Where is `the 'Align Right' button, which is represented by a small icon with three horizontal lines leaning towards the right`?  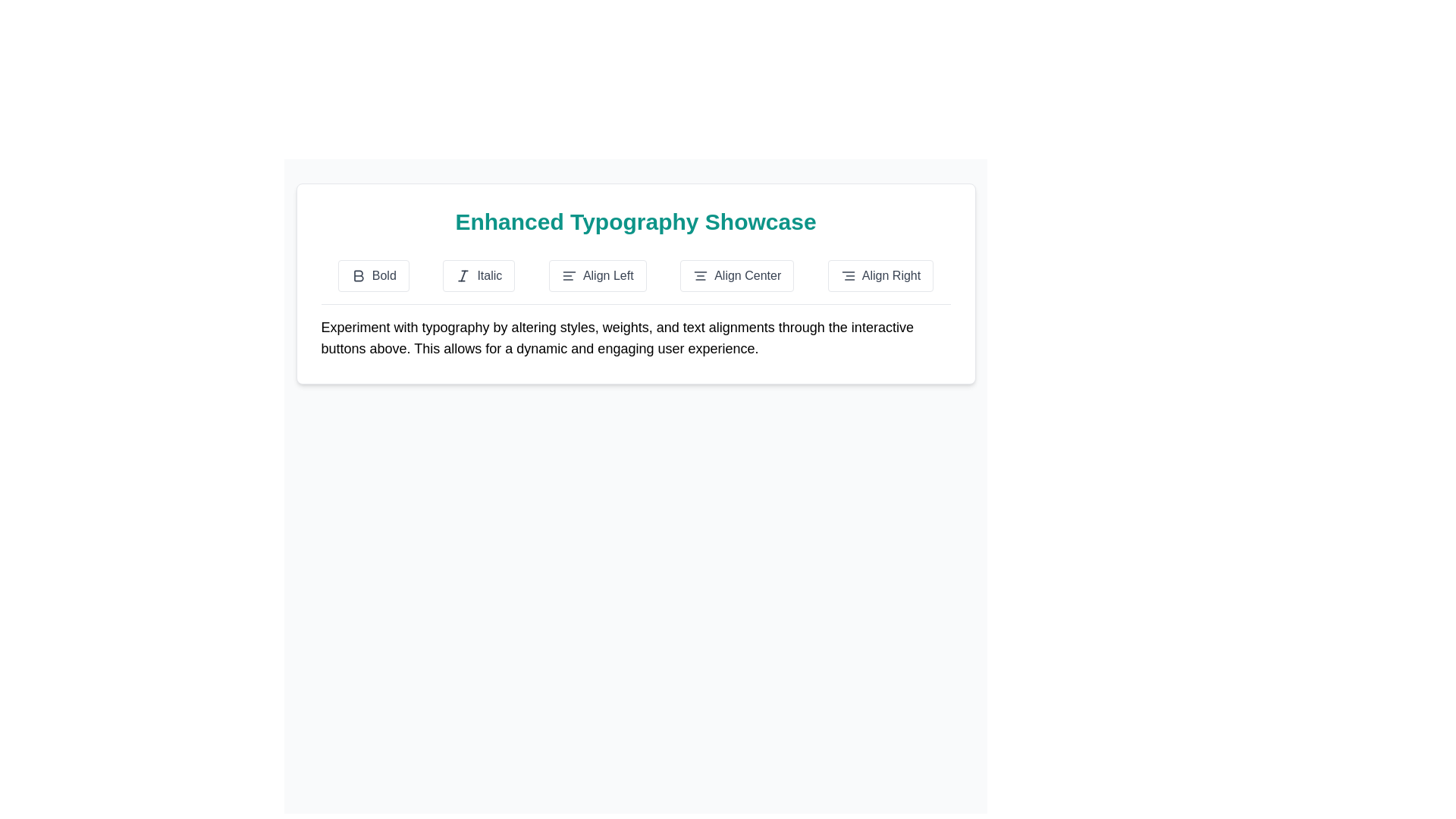
the 'Align Right' button, which is represented by a small icon with three horizontal lines leaning towards the right is located at coordinates (847, 275).